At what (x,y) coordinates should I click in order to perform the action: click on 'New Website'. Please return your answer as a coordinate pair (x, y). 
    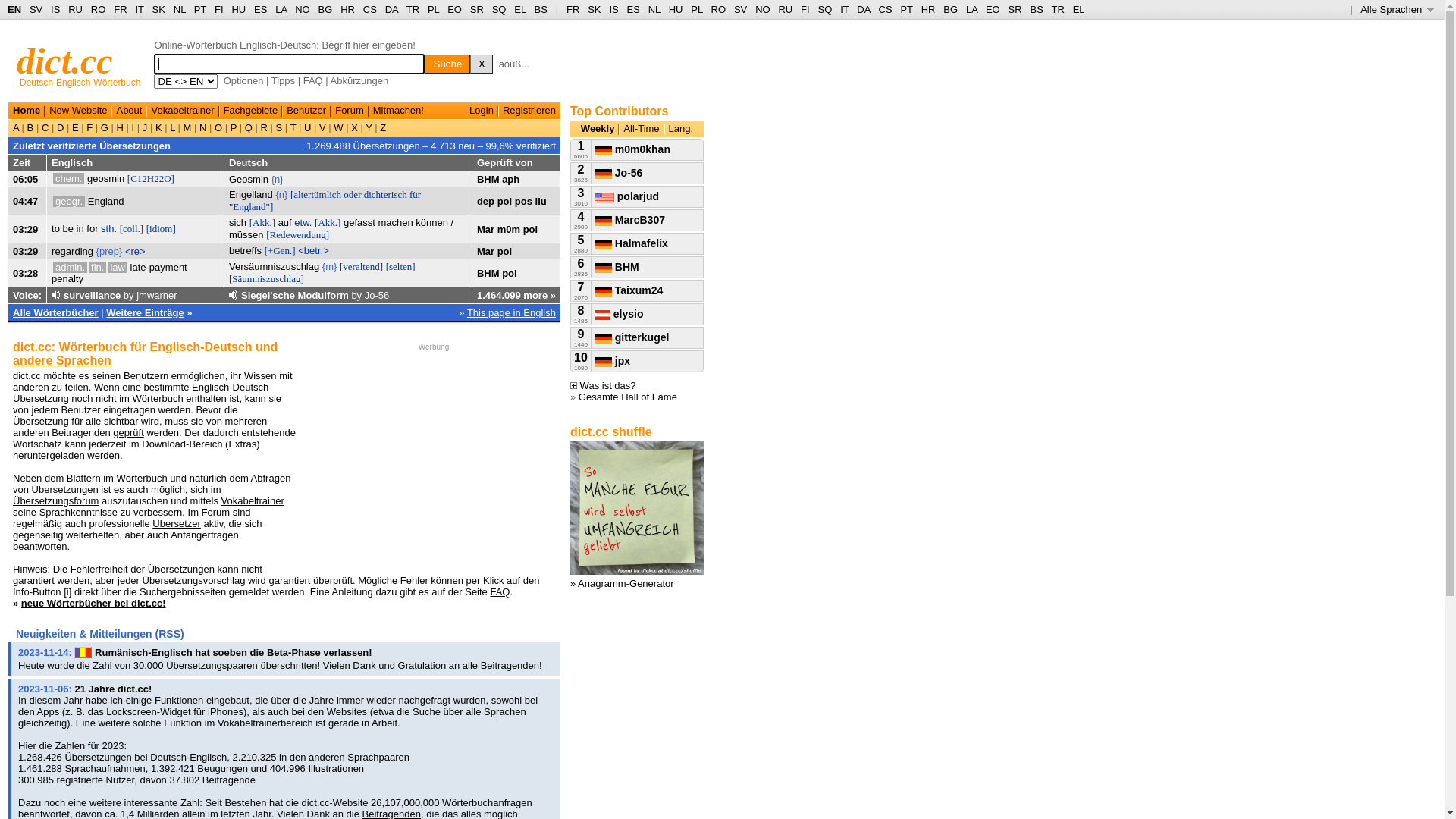
    Looking at the image, I should click on (77, 109).